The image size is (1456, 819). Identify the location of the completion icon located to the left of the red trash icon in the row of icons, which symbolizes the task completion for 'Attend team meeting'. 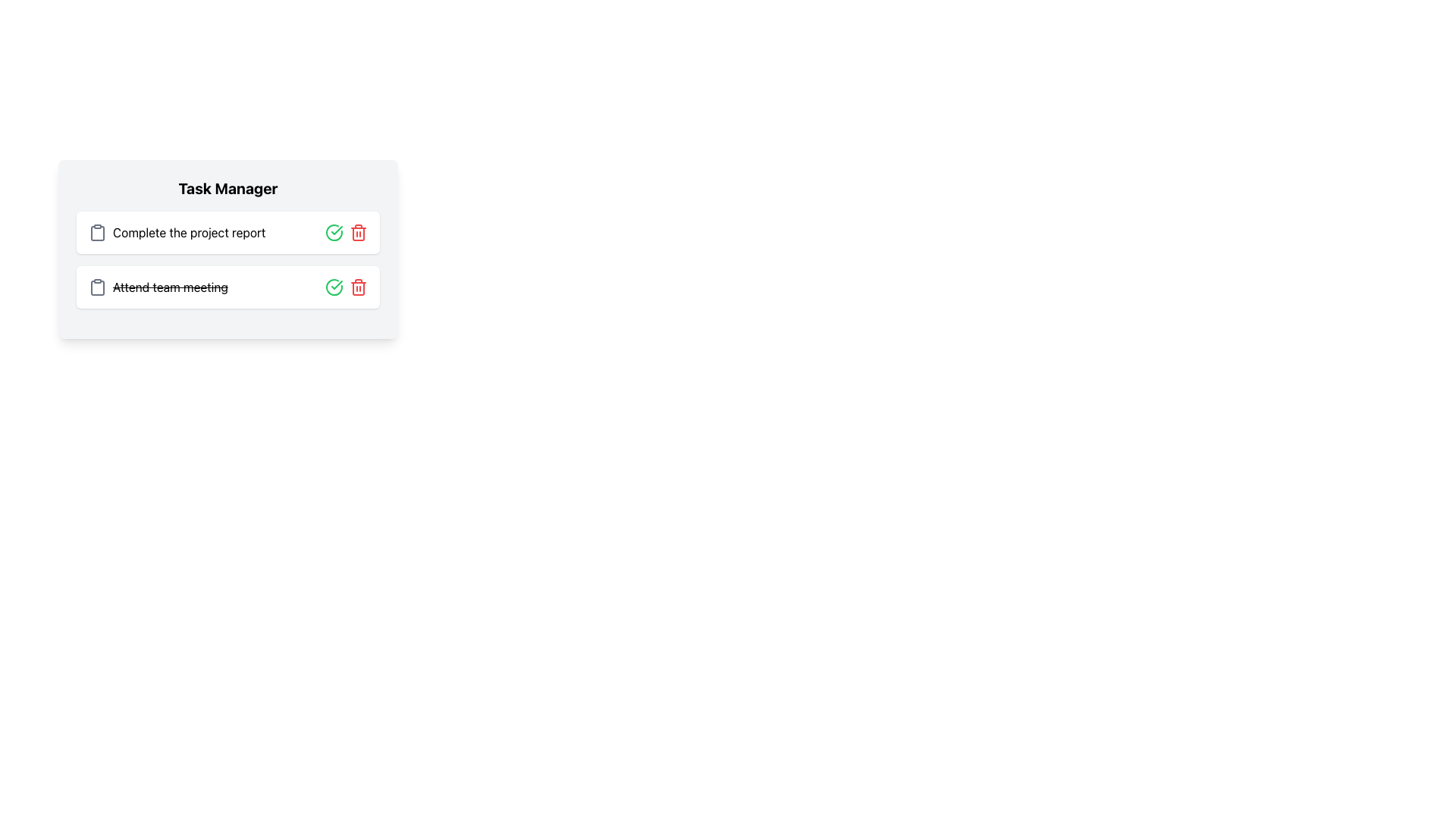
(334, 287).